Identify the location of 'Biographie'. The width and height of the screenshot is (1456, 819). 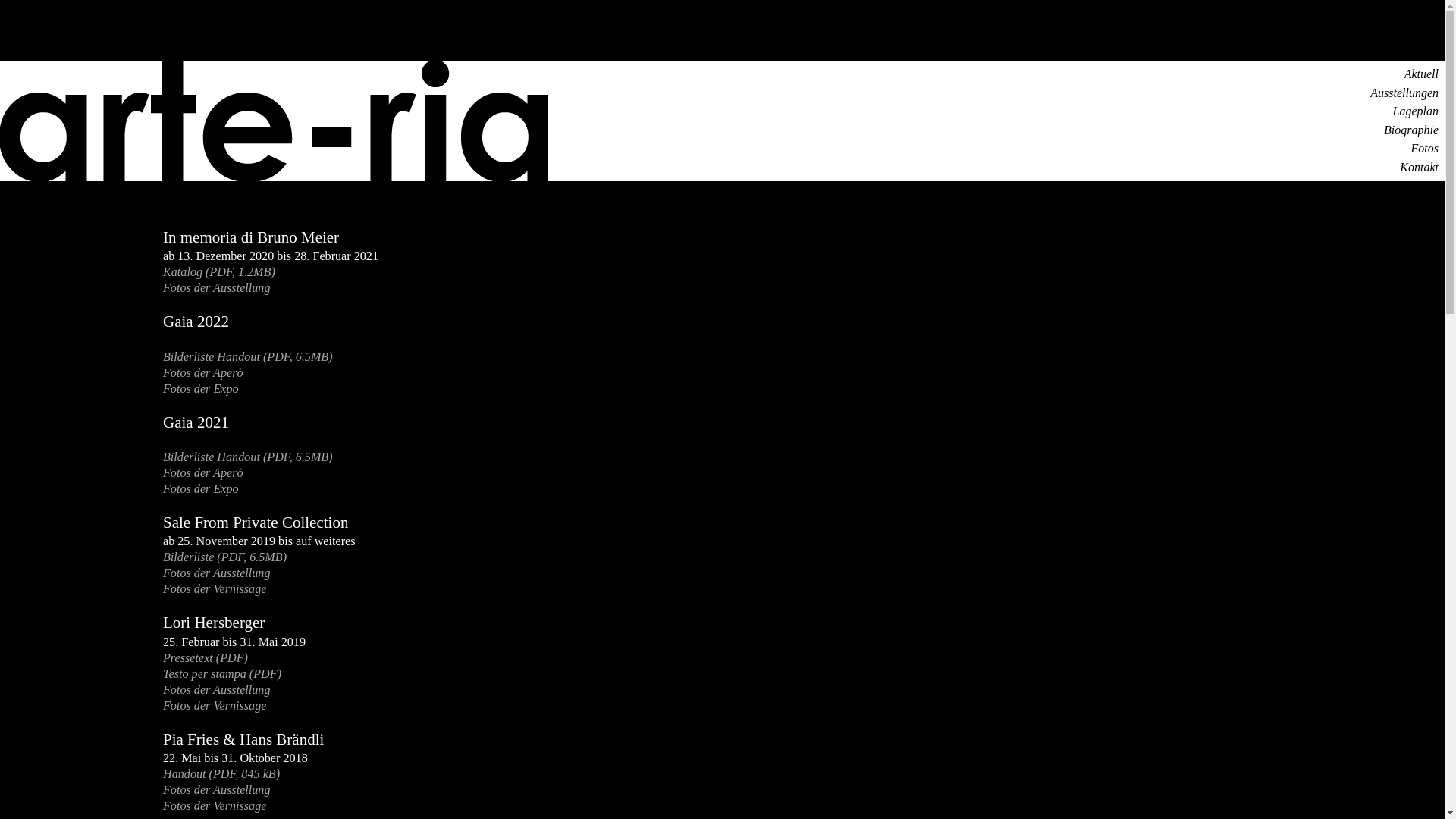
(1410, 129).